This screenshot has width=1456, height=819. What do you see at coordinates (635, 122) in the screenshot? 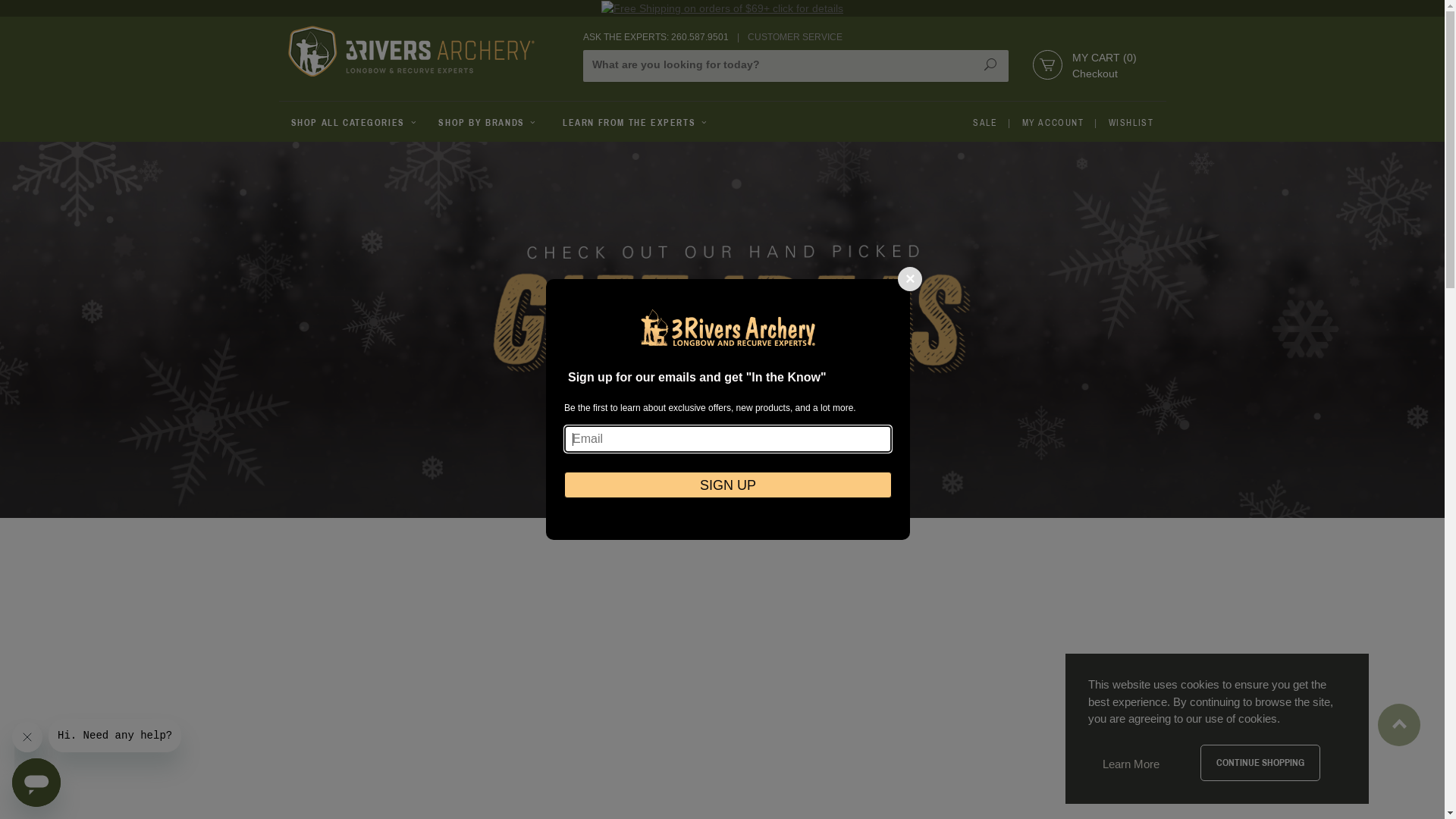
I see `'LEARN FROM THE EXPERTS'` at bounding box center [635, 122].